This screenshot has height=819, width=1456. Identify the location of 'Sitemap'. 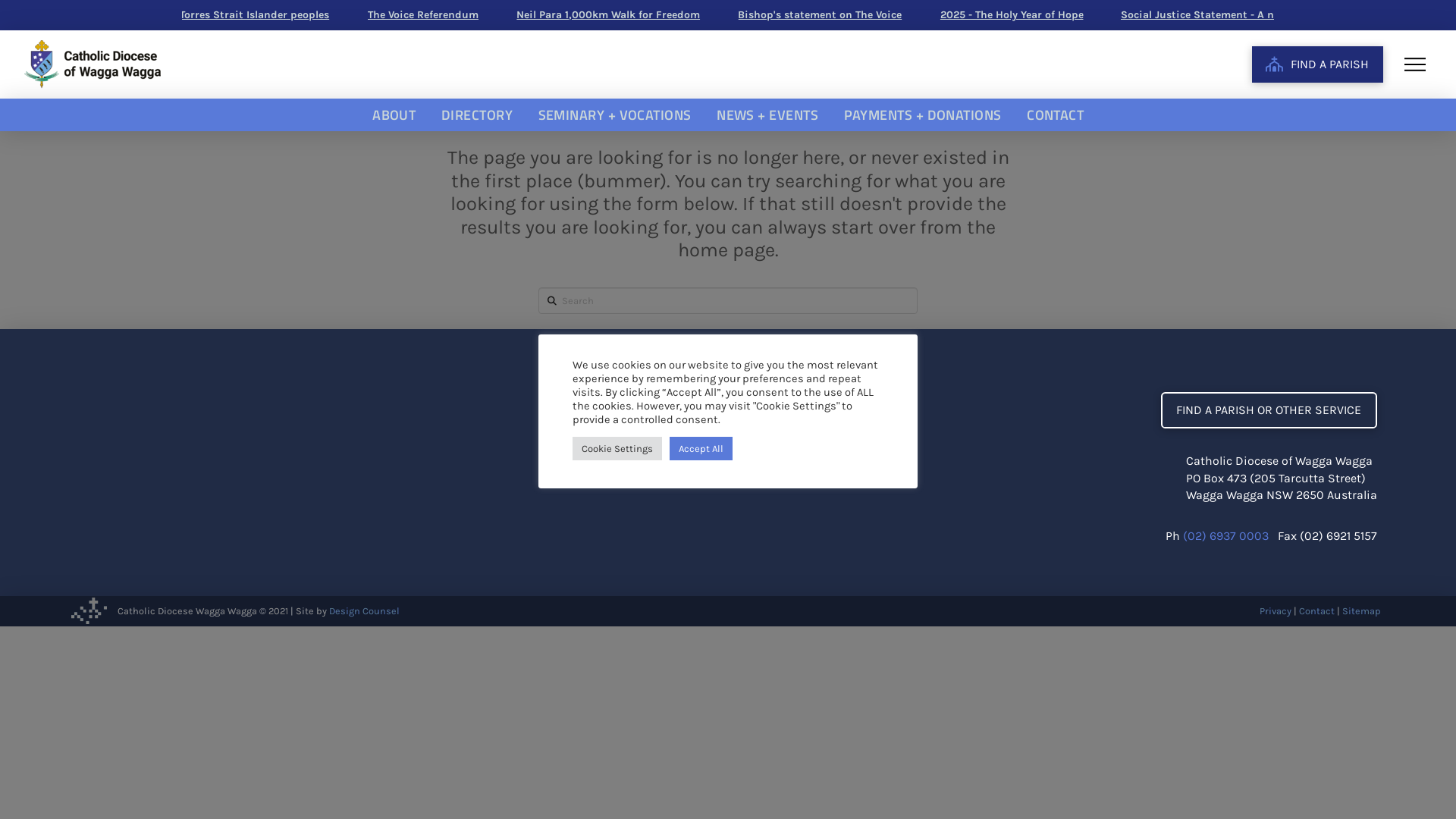
(1361, 610).